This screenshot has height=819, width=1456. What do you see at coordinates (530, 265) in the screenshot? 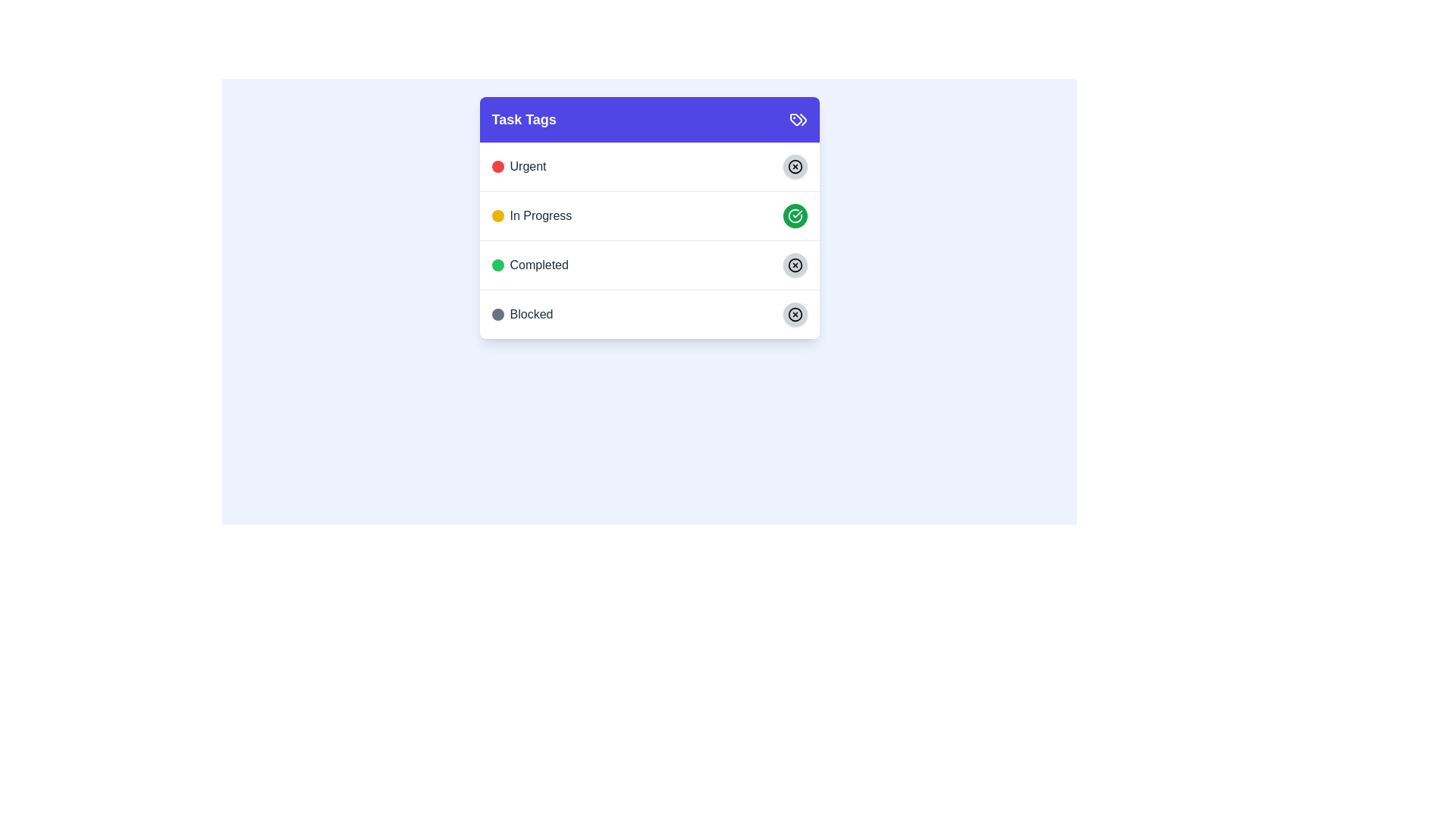
I see `the Status Indicator with Text, which consists of a green circle icon and the text 'Completed' in gray font, located in the 'Task Tags' panel as the third item in the list` at bounding box center [530, 265].